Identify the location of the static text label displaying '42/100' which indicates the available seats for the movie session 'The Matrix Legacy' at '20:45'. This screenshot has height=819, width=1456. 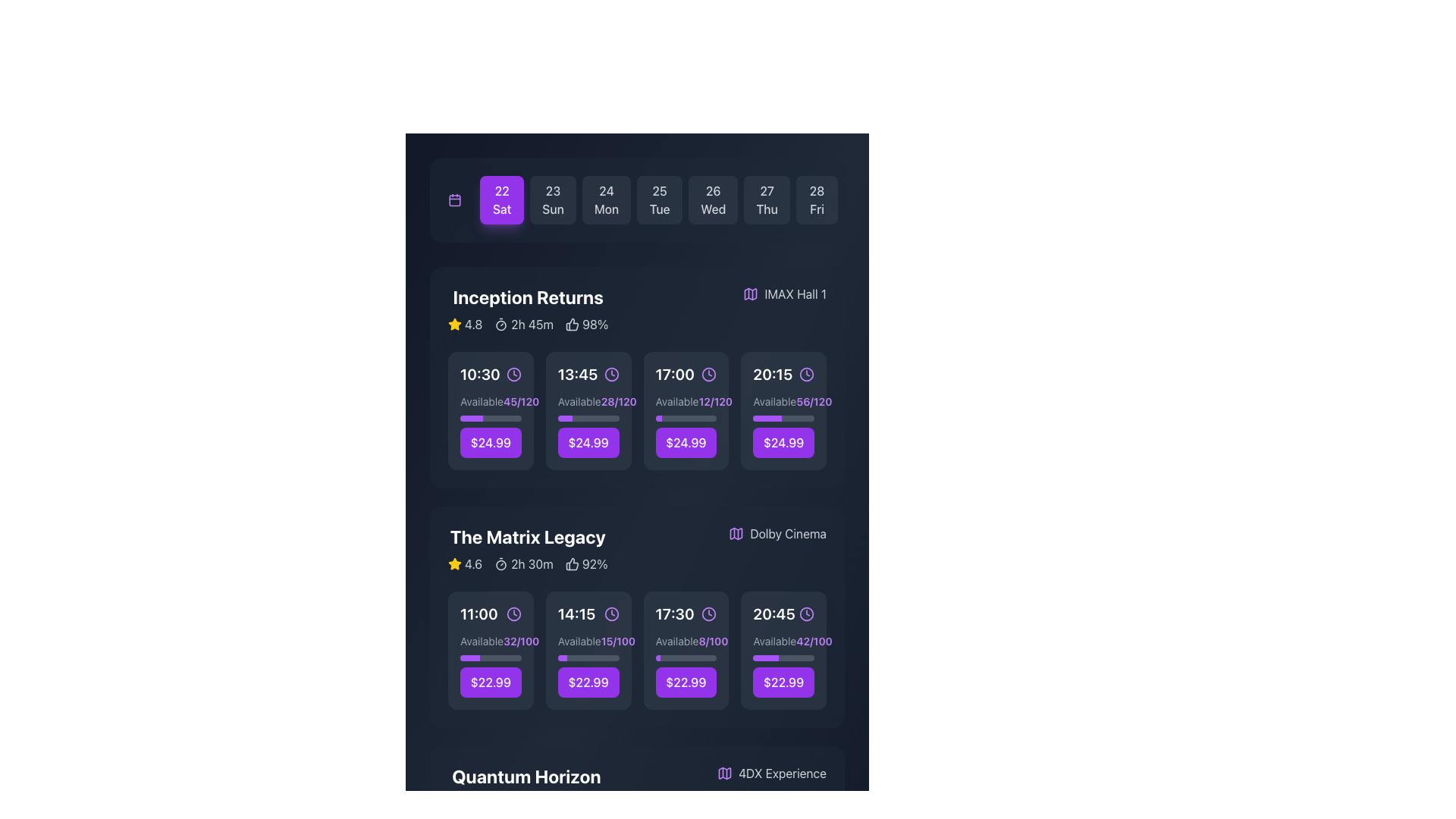
(814, 641).